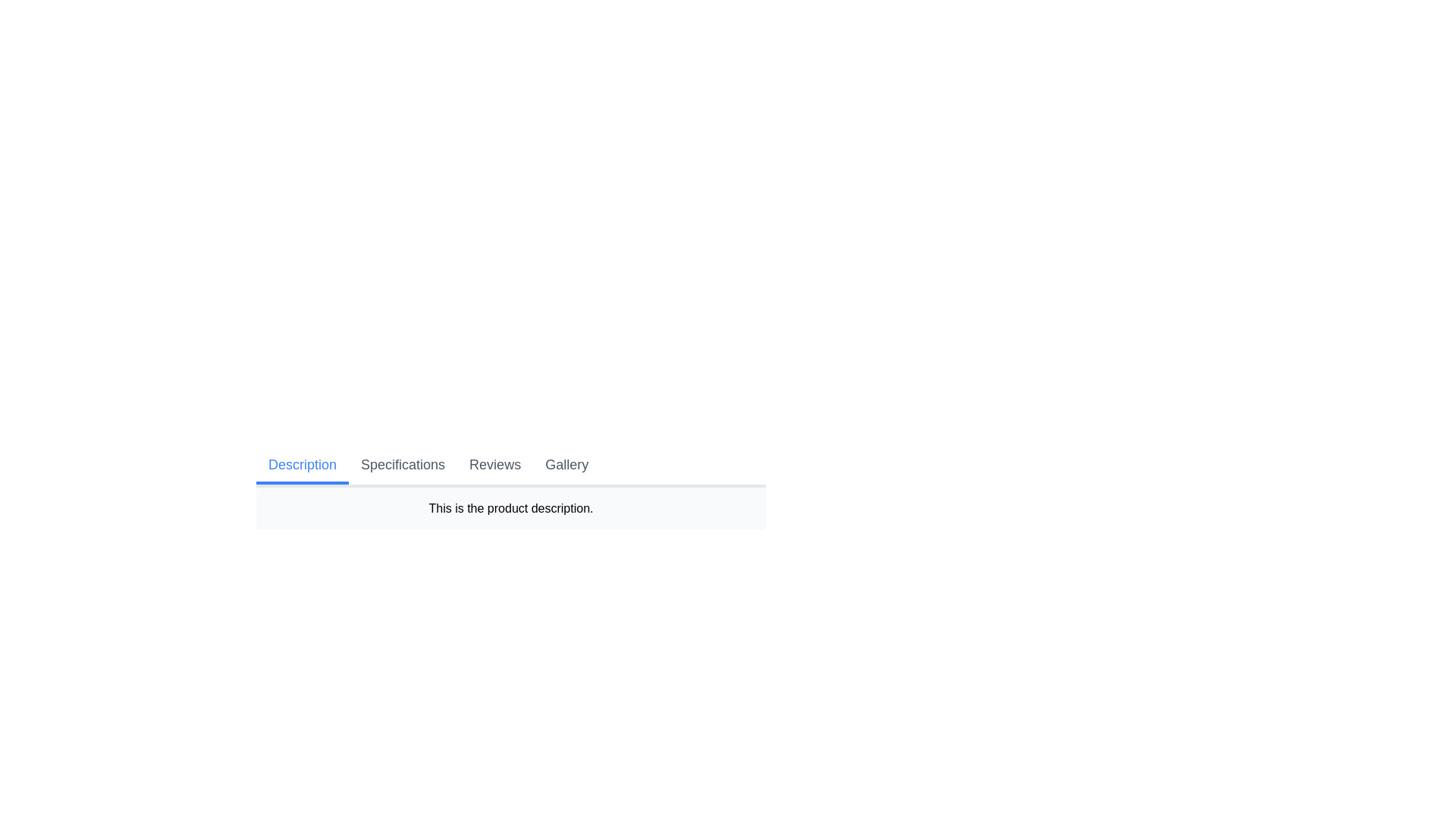 This screenshot has height=819, width=1456. What do you see at coordinates (403, 465) in the screenshot?
I see `the tab labeled Specifications` at bounding box center [403, 465].